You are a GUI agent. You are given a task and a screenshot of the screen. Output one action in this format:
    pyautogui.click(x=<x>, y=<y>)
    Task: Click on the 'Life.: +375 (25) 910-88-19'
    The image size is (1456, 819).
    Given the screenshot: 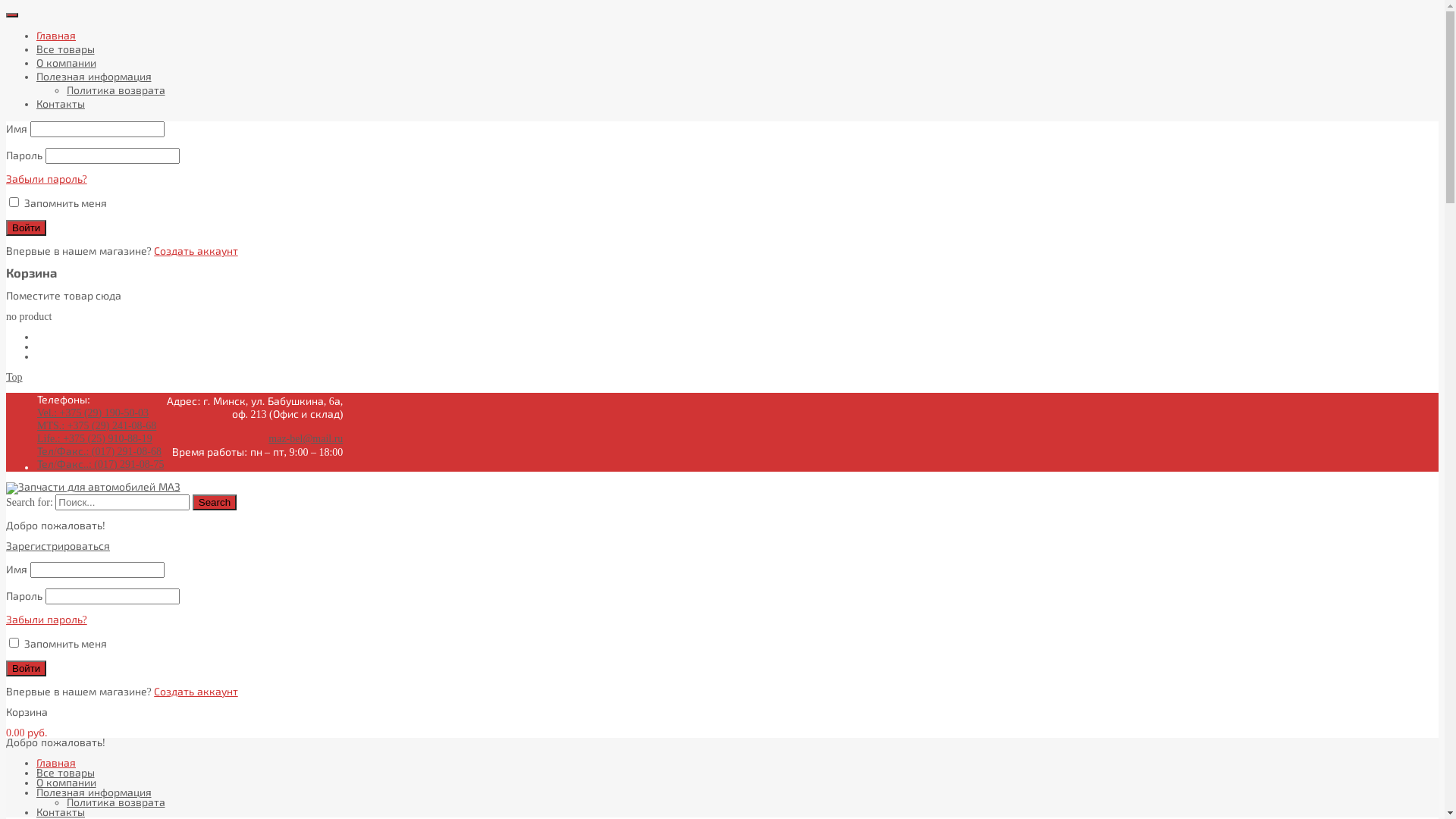 What is the action you would take?
    pyautogui.click(x=36, y=438)
    